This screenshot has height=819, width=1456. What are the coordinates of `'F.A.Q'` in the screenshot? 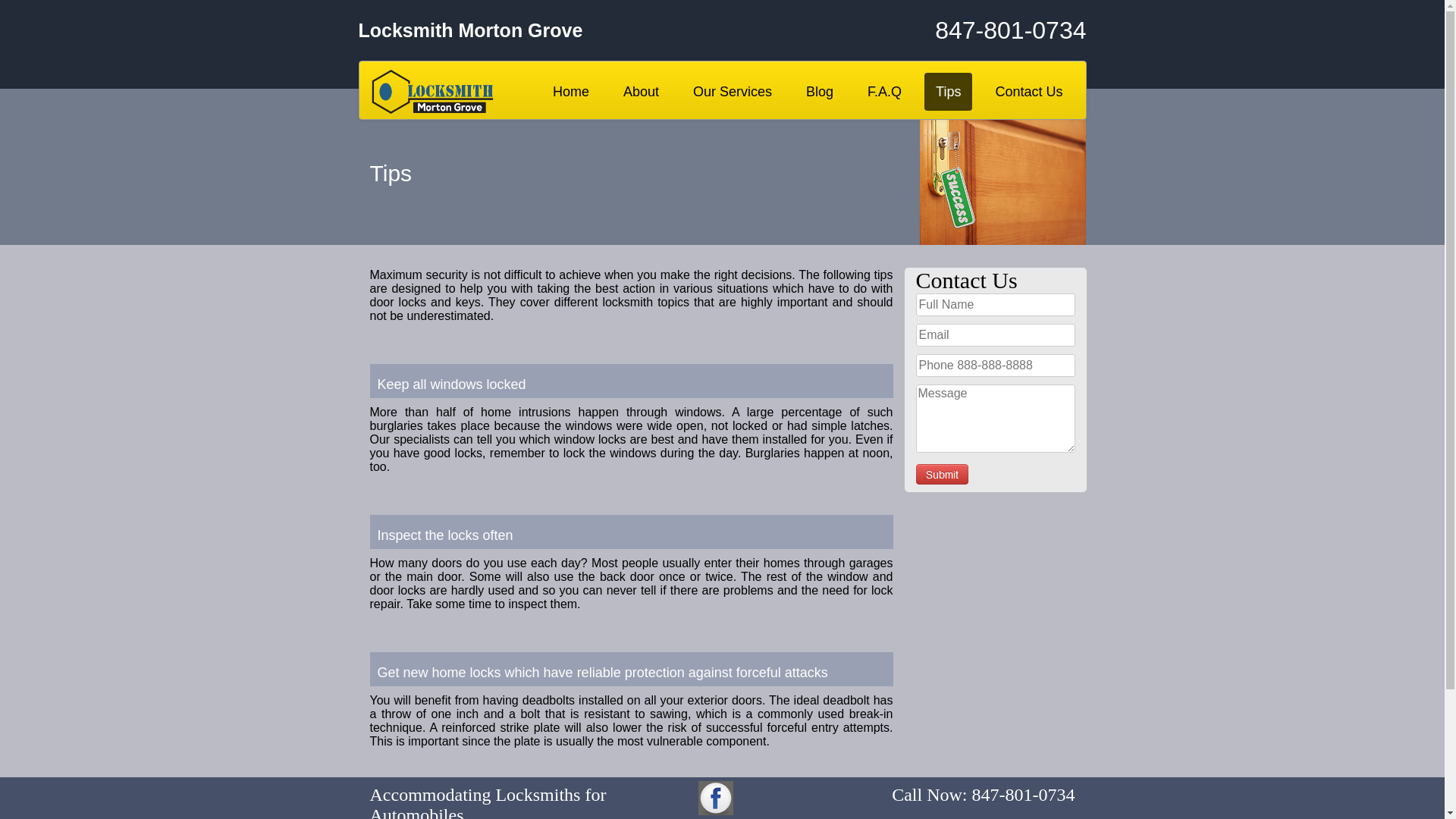 It's located at (884, 91).